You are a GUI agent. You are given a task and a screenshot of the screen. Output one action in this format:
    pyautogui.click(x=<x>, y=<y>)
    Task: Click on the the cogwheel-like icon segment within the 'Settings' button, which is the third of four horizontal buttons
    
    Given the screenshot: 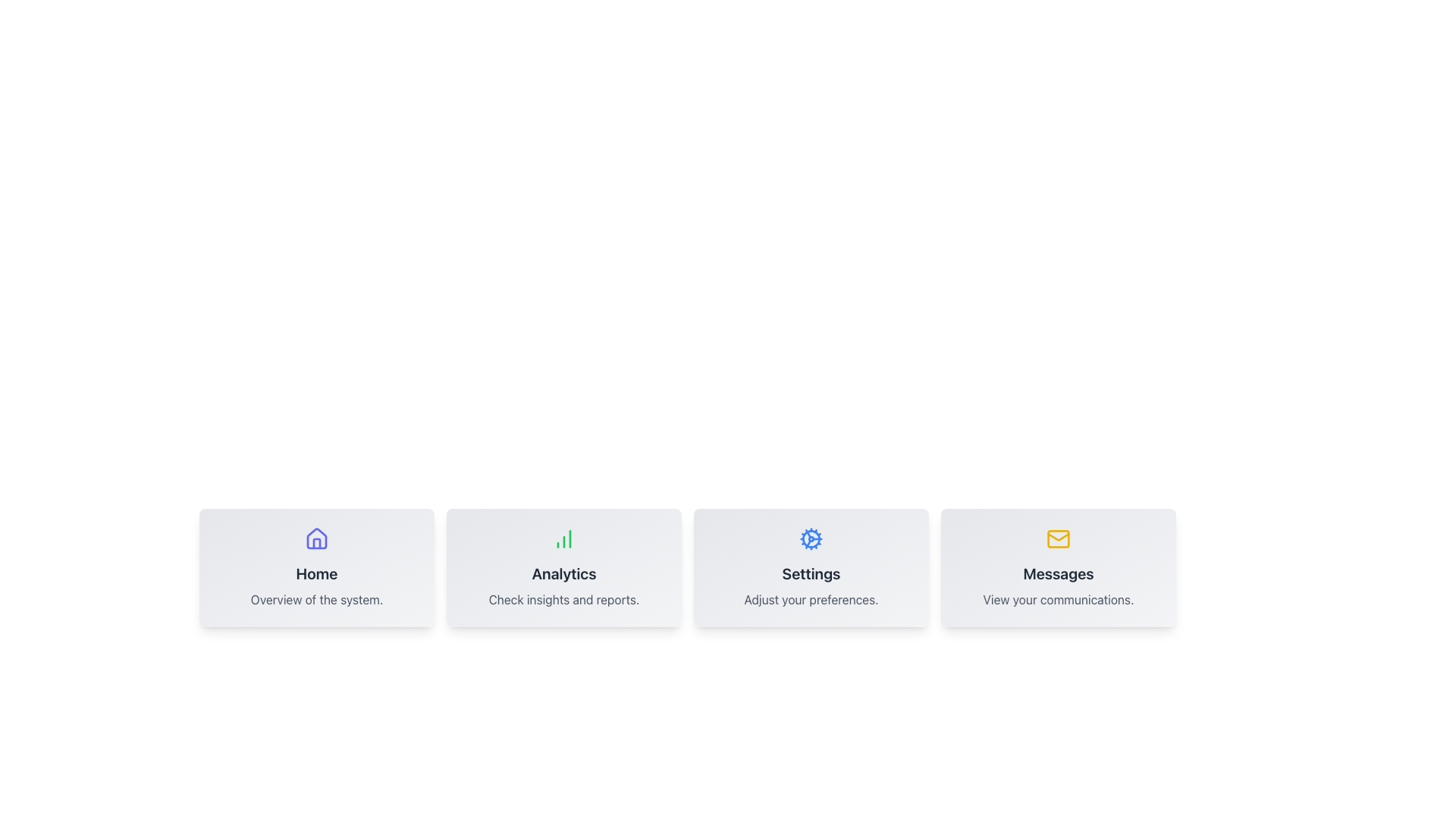 What is the action you would take?
    pyautogui.click(x=807, y=543)
    